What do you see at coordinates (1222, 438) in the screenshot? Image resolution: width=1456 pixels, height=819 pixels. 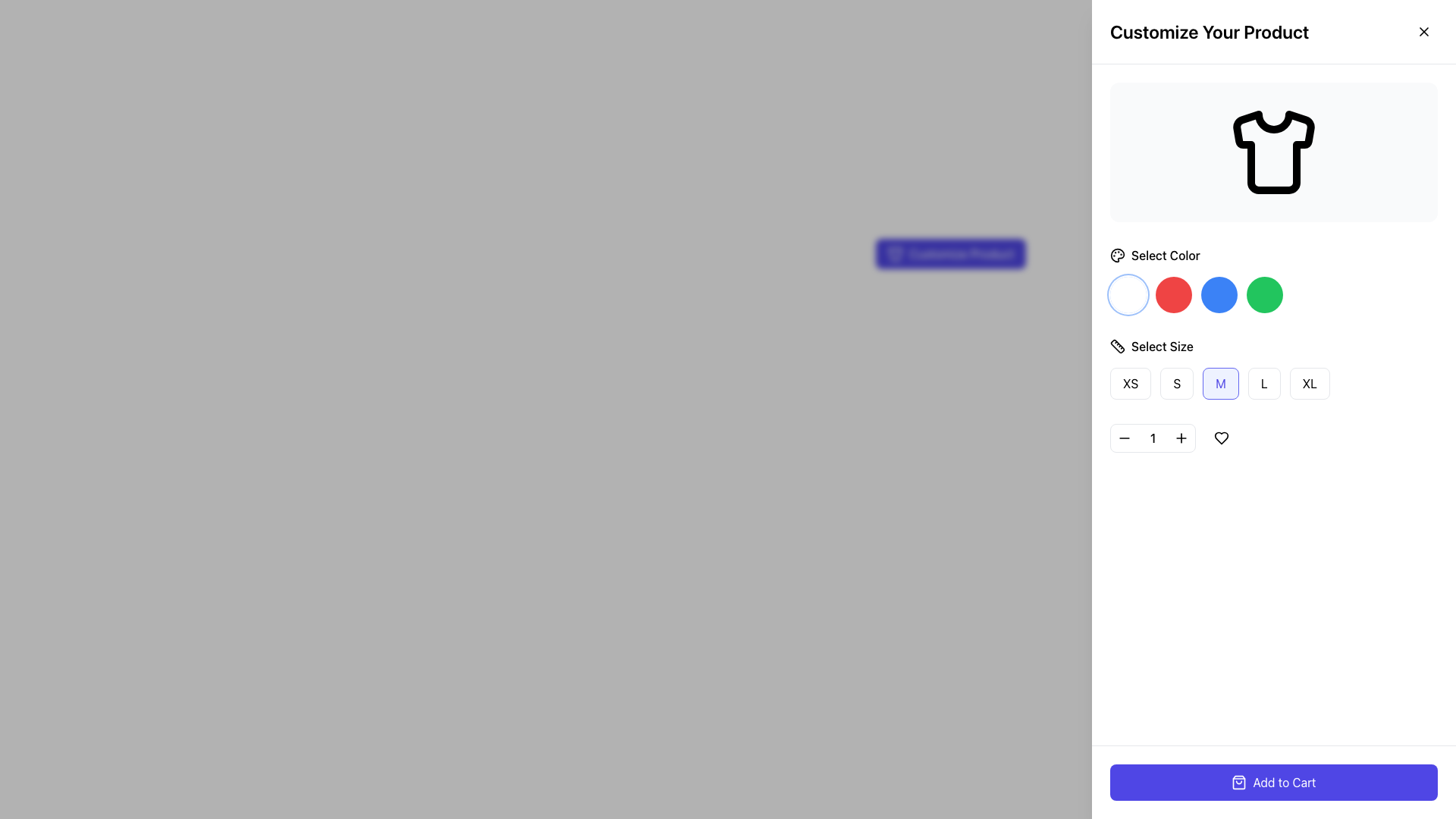 I see `the heart icon` at bounding box center [1222, 438].